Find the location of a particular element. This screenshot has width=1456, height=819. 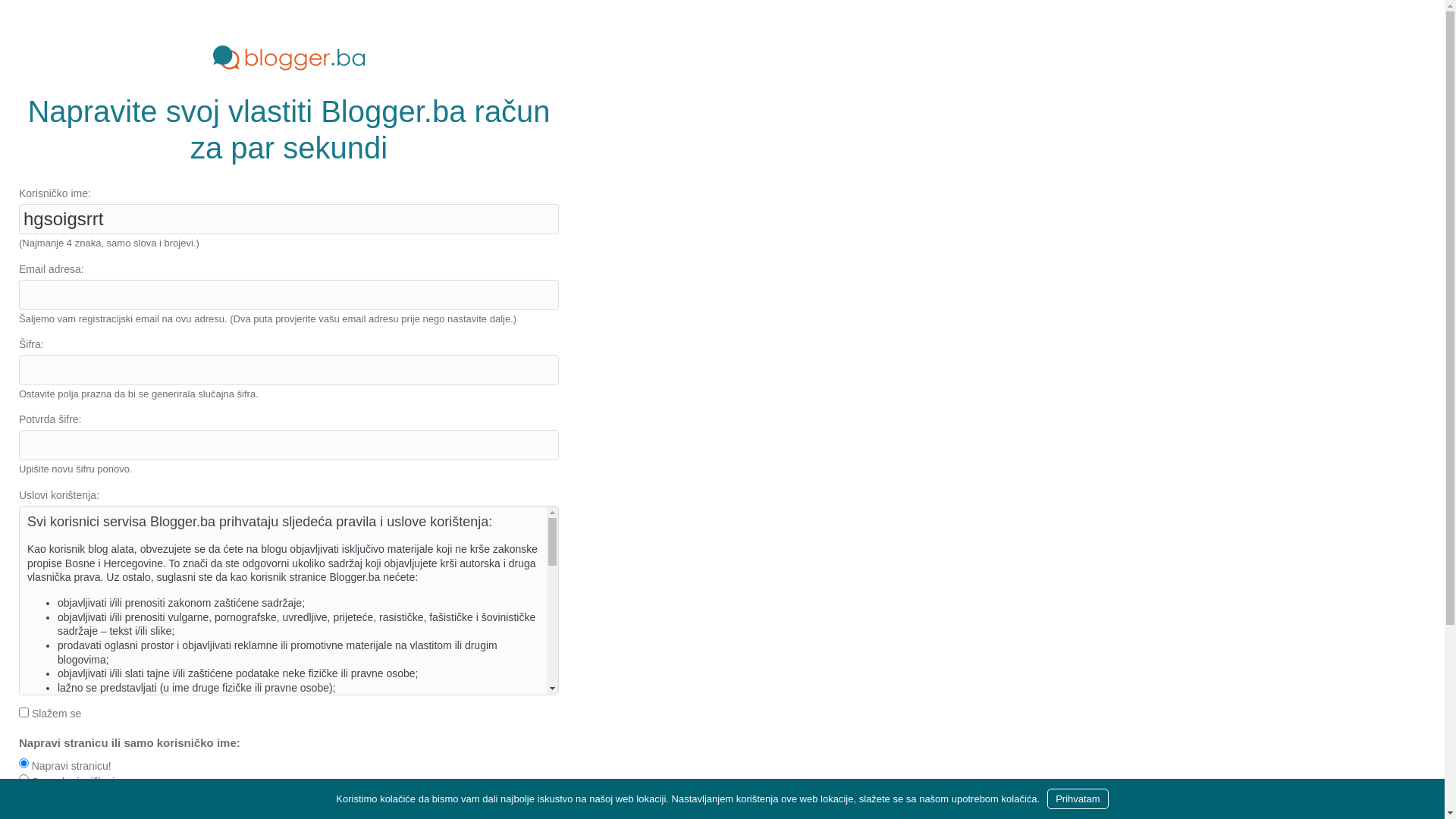

'Prihvatam' is located at coordinates (1077, 798).